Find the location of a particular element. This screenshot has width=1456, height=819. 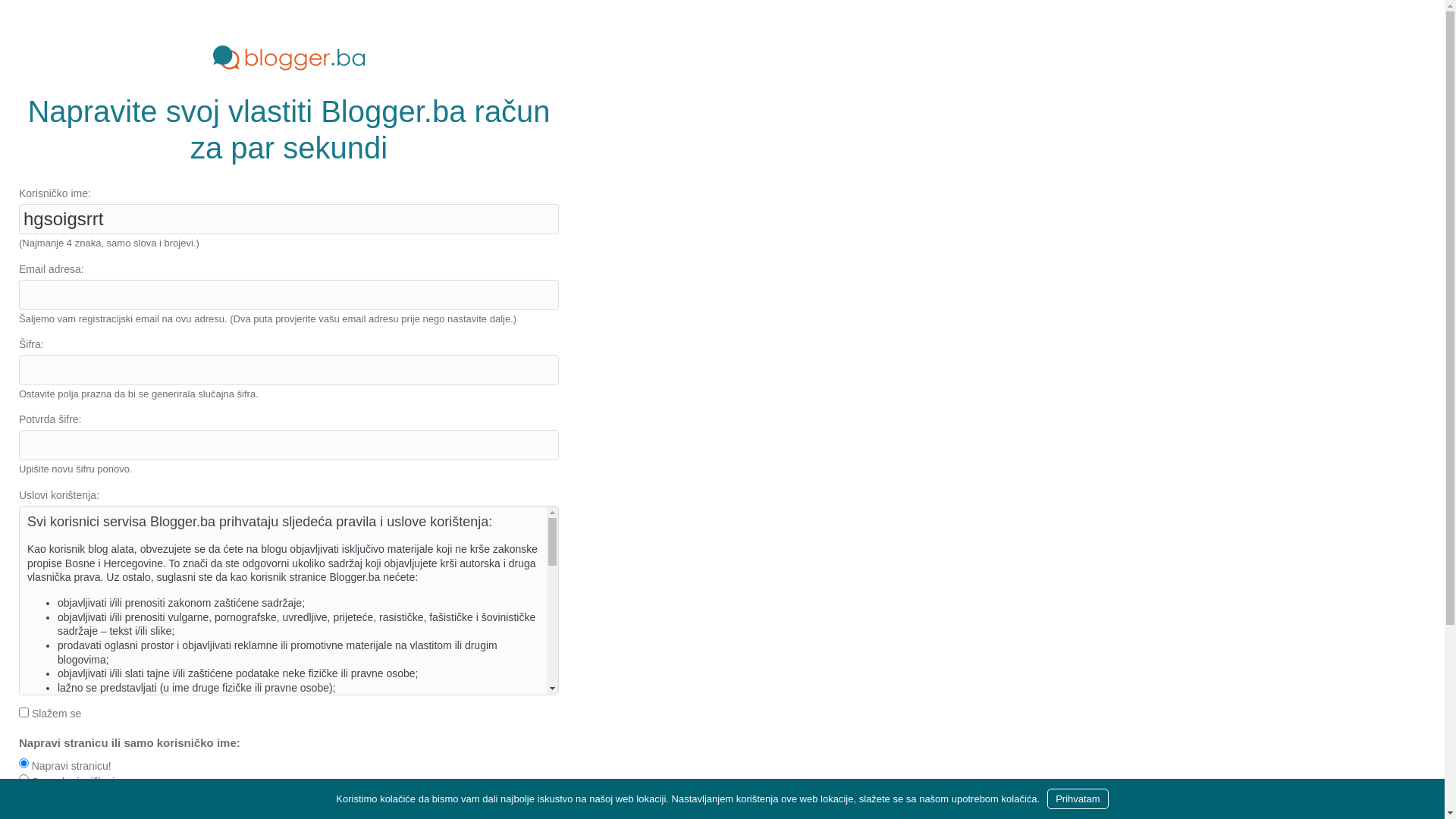

'Prihvatam' is located at coordinates (1077, 798).